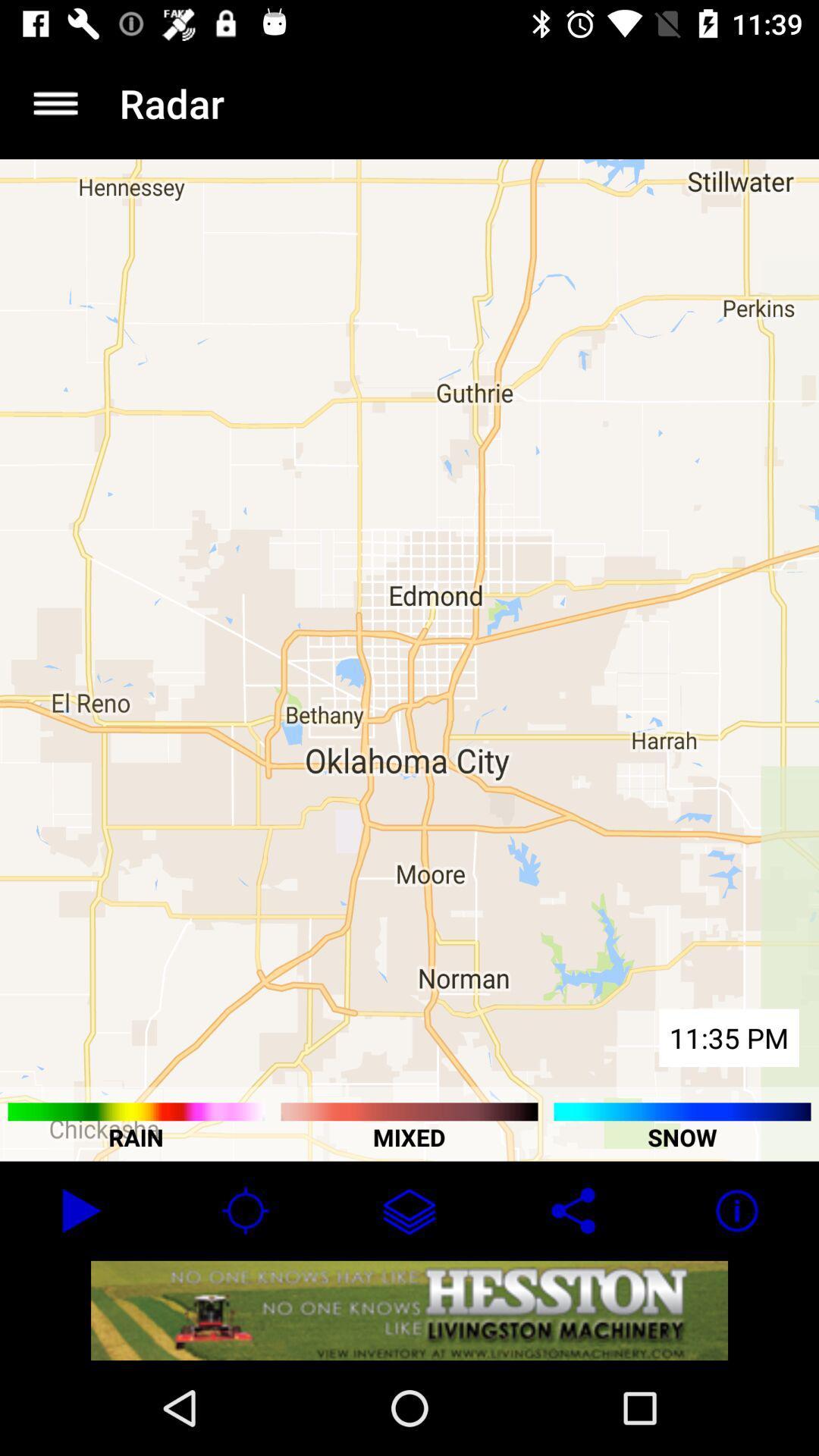  Describe the element at coordinates (55, 102) in the screenshot. I see `menu options` at that location.